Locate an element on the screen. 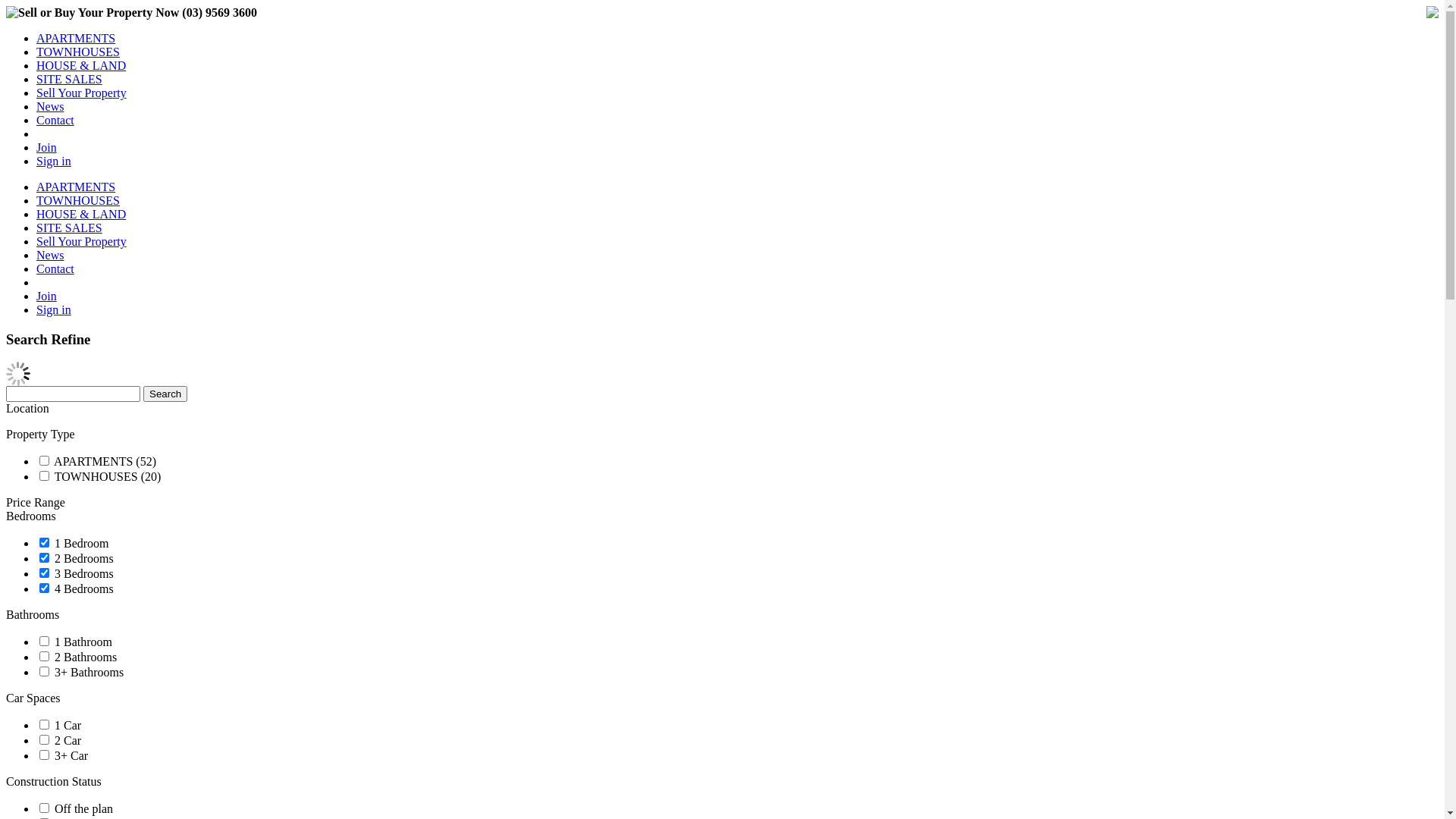  'APARTMENTS' is located at coordinates (36, 186).